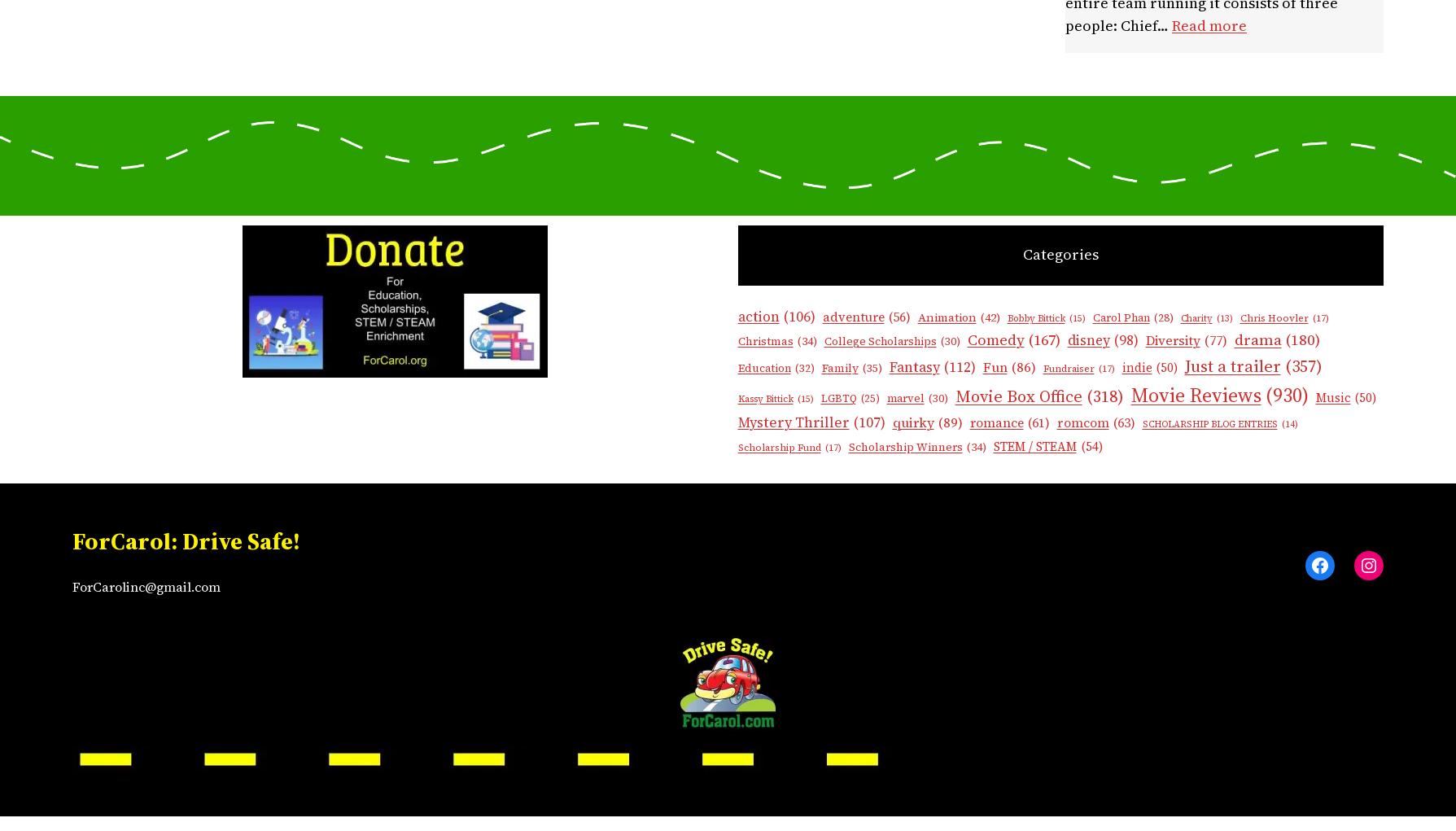 Image resolution: width=1456 pixels, height=831 pixels. Describe the element at coordinates (1231, 365) in the screenshot. I see `'Just a trailer'` at that location.